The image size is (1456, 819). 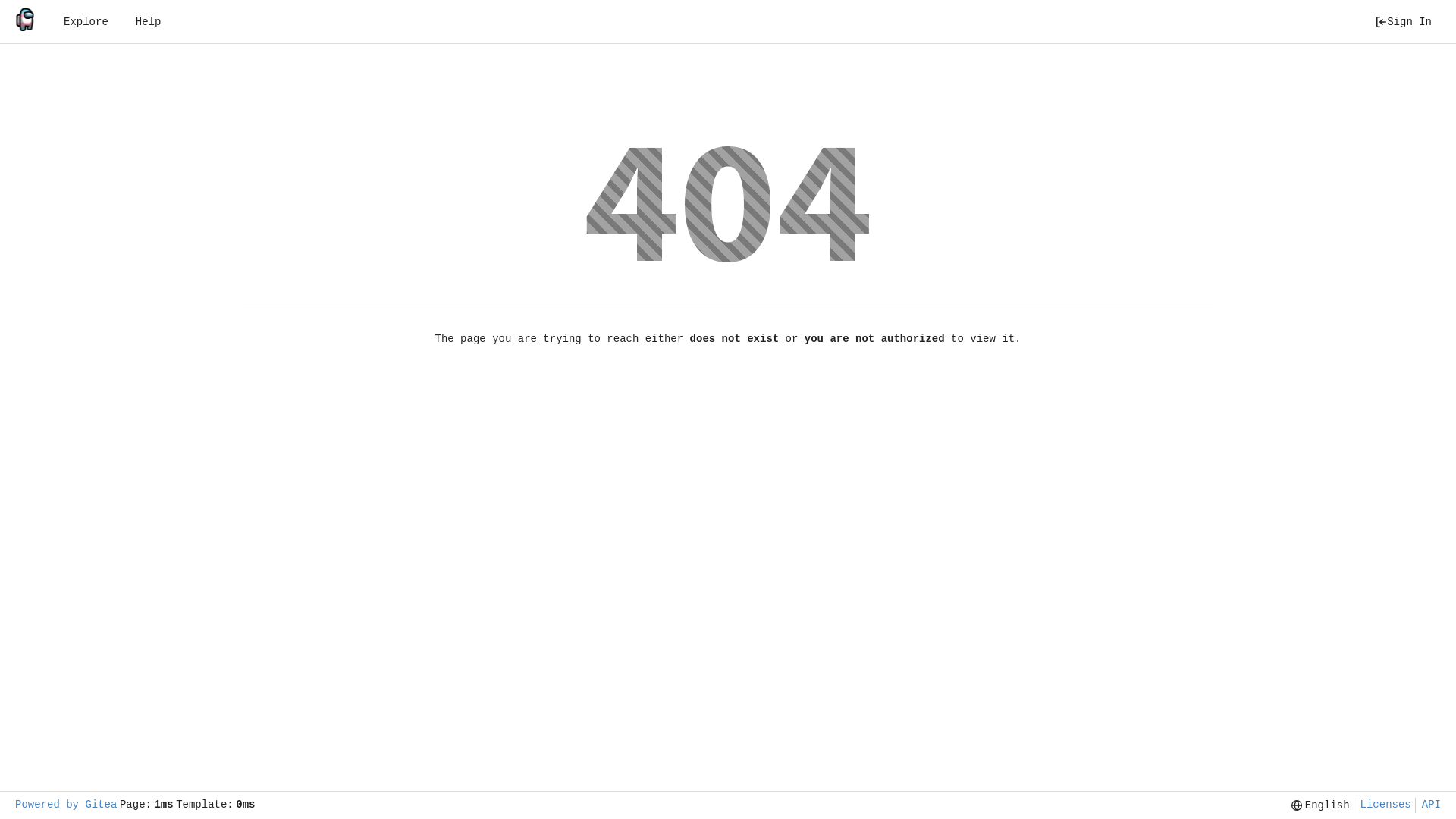 What do you see at coordinates (1402, 22) in the screenshot?
I see `'Sign In'` at bounding box center [1402, 22].